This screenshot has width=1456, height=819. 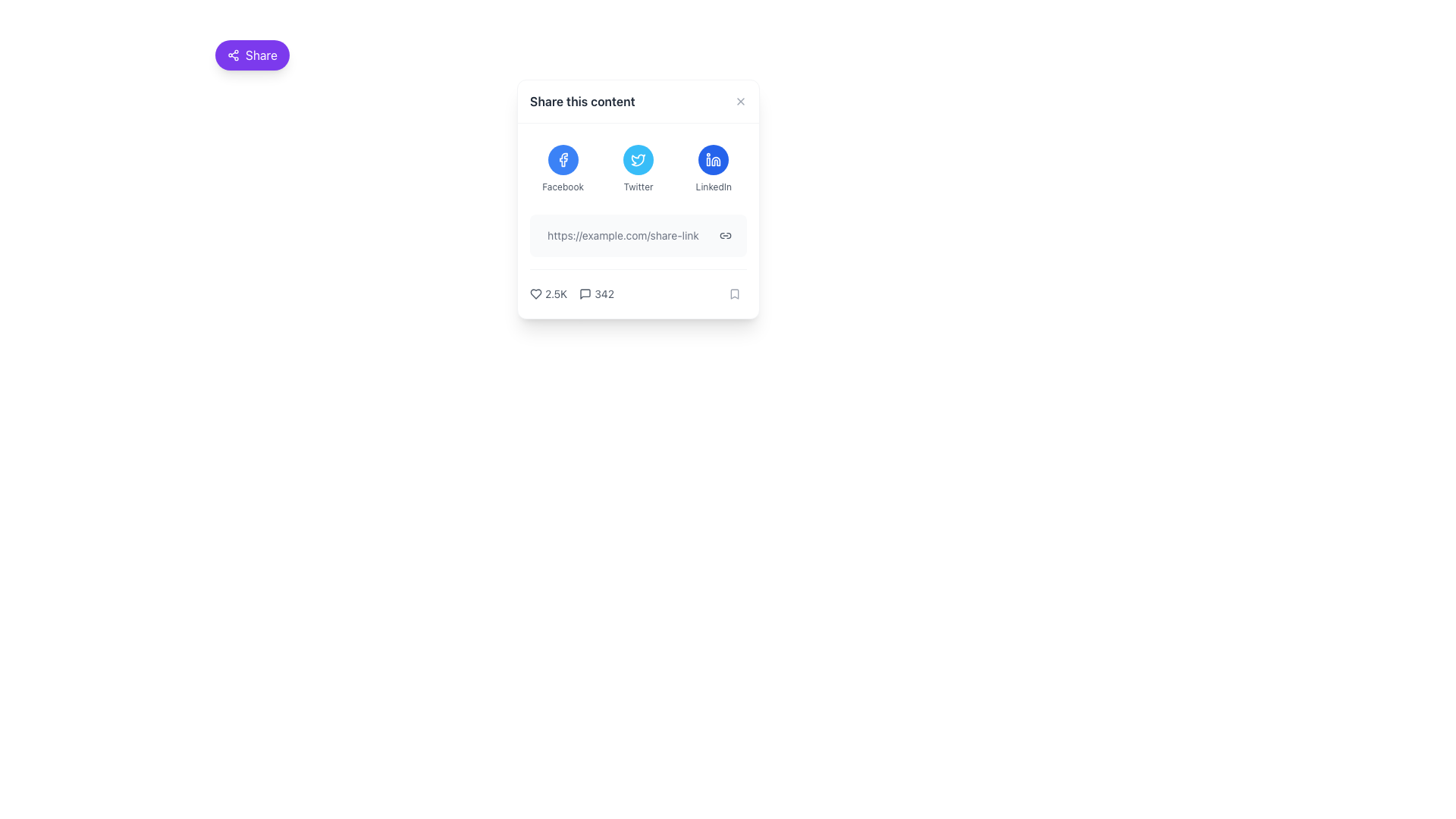 I want to click on the circular blue Facebook button with a white 'f' logo to share content on Facebook, so click(x=562, y=160).